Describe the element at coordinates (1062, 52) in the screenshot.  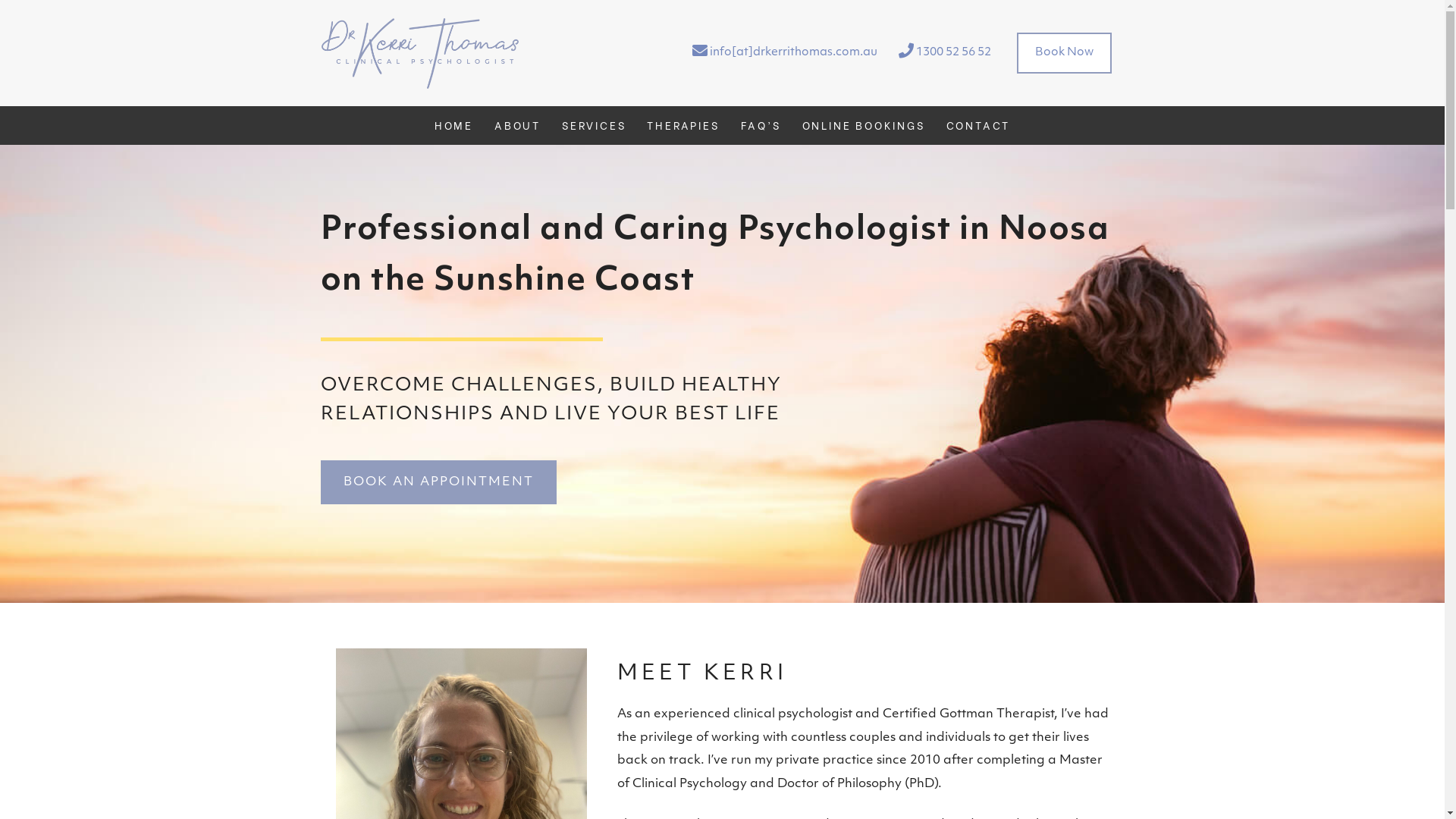
I see `'Book Now'` at that location.